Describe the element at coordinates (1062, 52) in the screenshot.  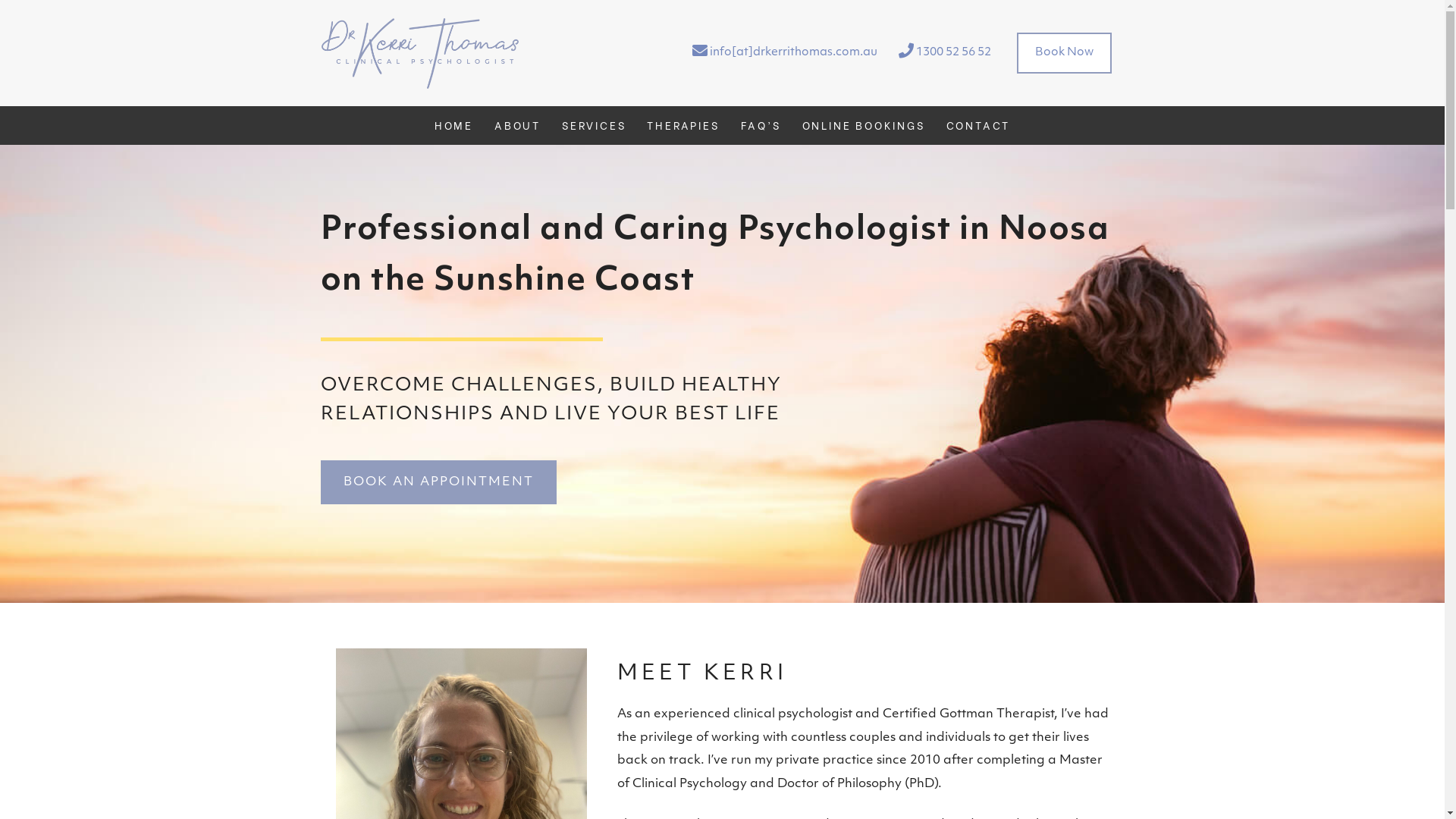
I see `'Book Now'` at that location.